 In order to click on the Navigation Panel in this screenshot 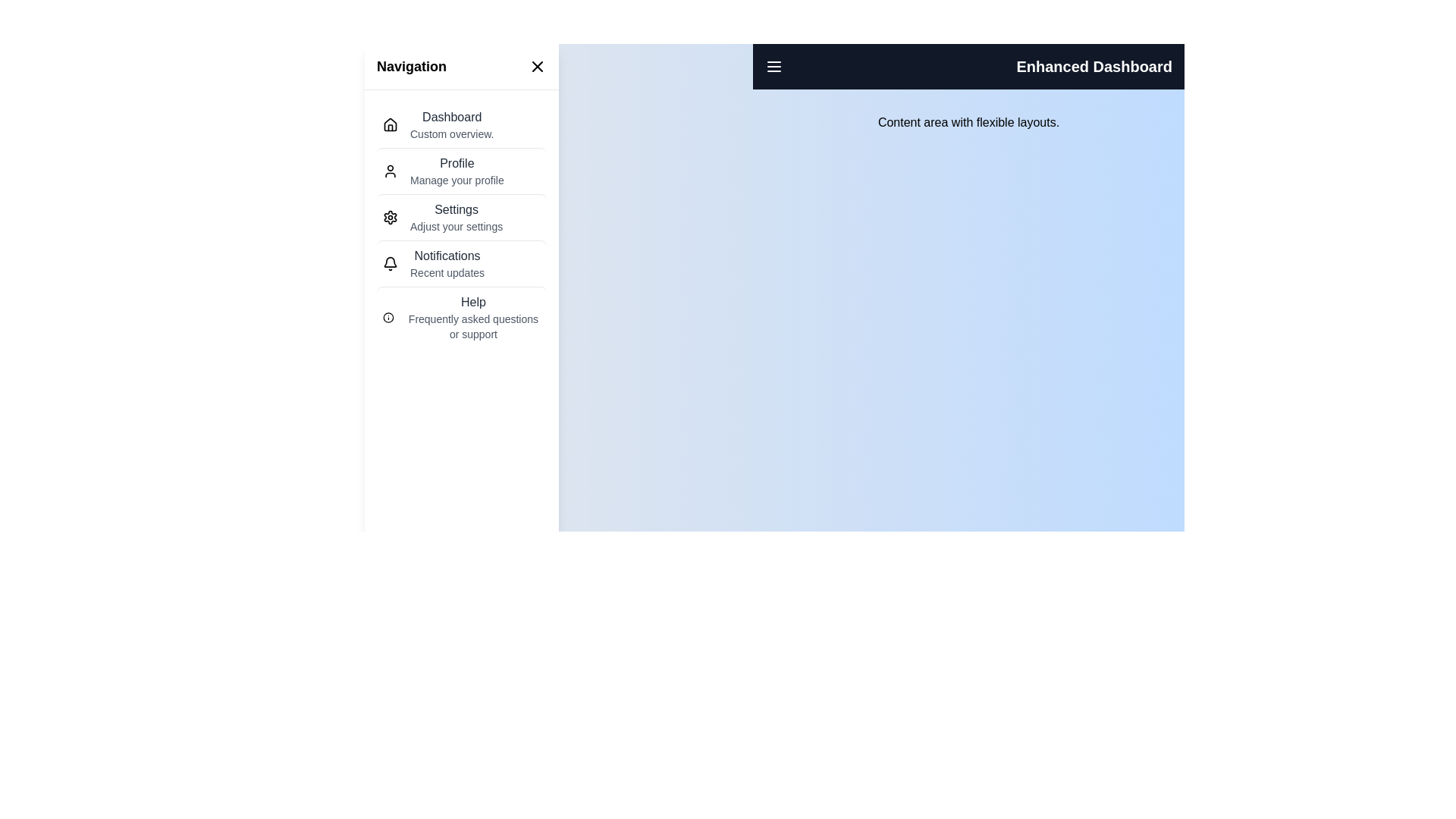, I will do `click(461, 225)`.